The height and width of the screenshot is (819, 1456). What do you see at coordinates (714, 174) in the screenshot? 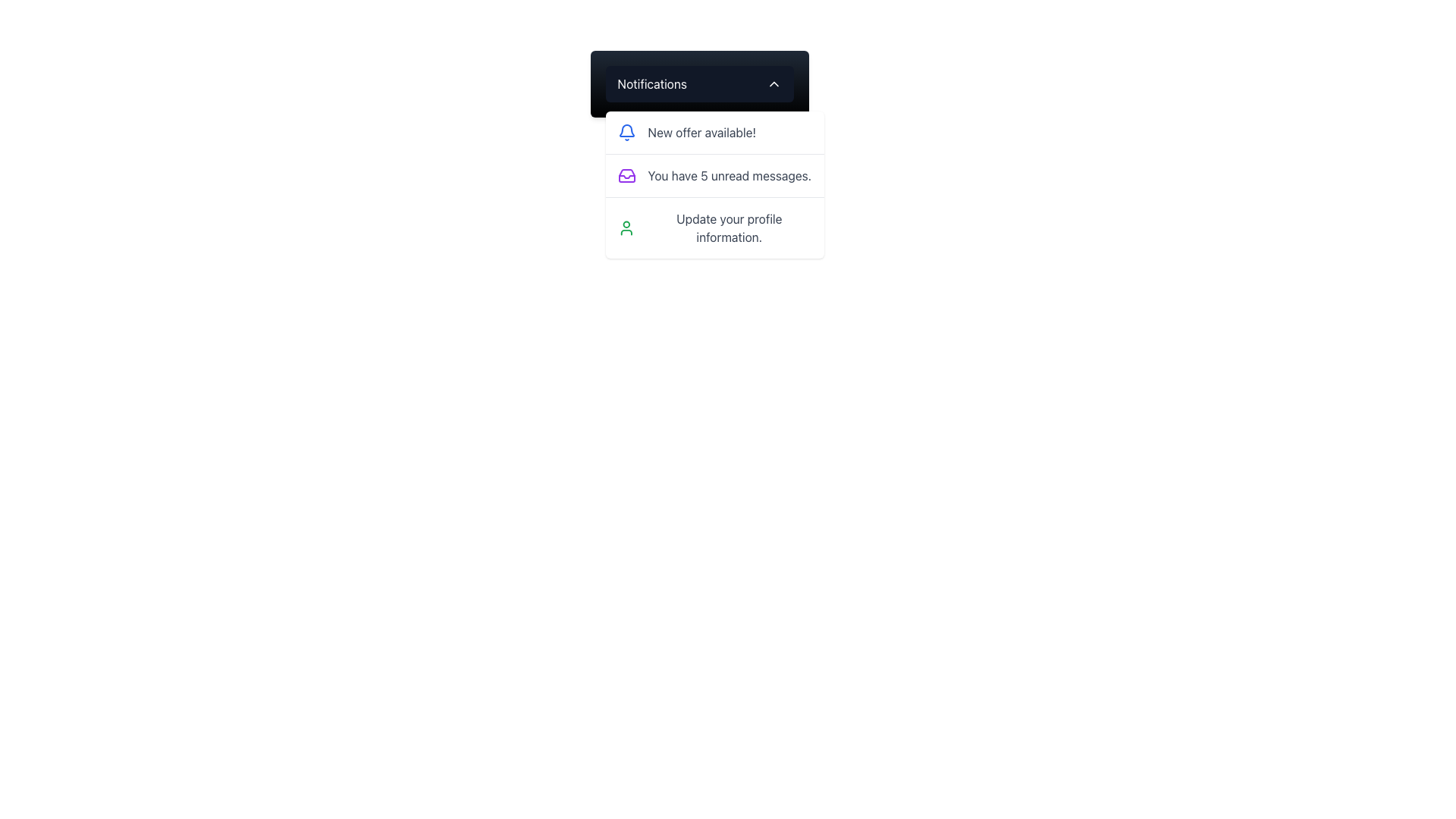
I see `the text with a mailbox icon that indicates 'You have 5 unread messages.' positioned in the dropdown menu` at bounding box center [714, 174].